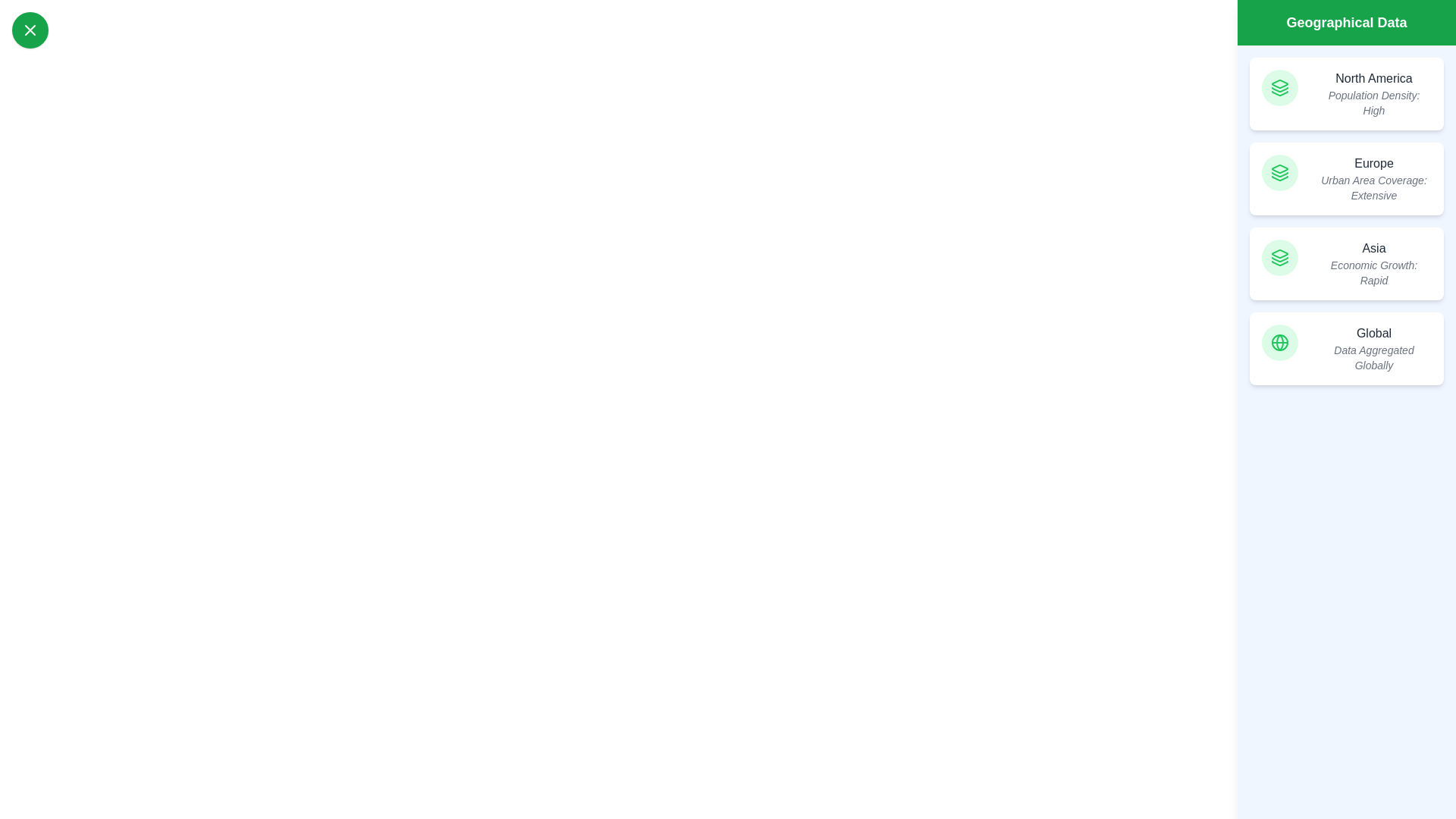  What do you see at coordinates (1347, 348) in the screenshot?
I see `the region Global to view its details` at bounding box center [1347, 348].